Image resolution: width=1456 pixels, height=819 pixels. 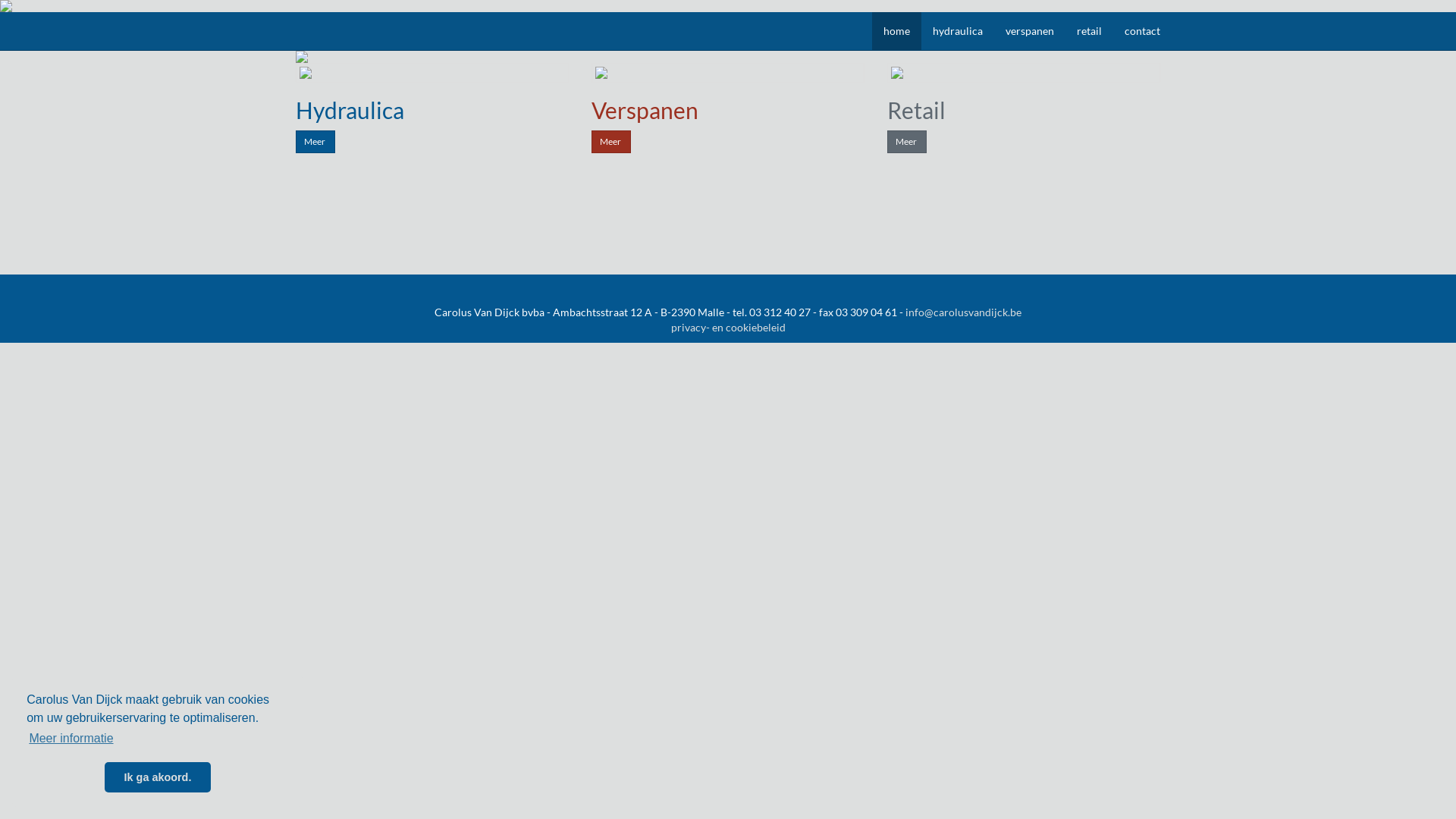 I want to click on 'Hydraulica', so click(x=349, y=109).